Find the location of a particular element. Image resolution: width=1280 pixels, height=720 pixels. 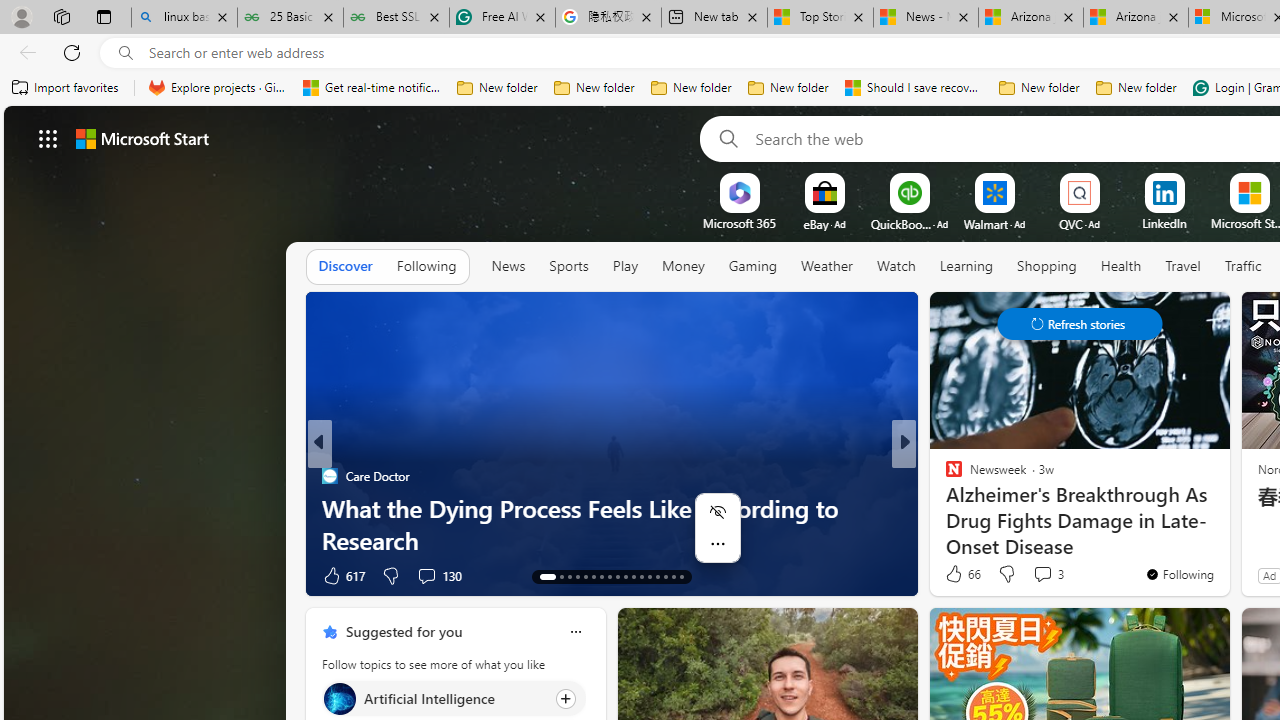

'34 Like' is located at coordinates (955, 575).